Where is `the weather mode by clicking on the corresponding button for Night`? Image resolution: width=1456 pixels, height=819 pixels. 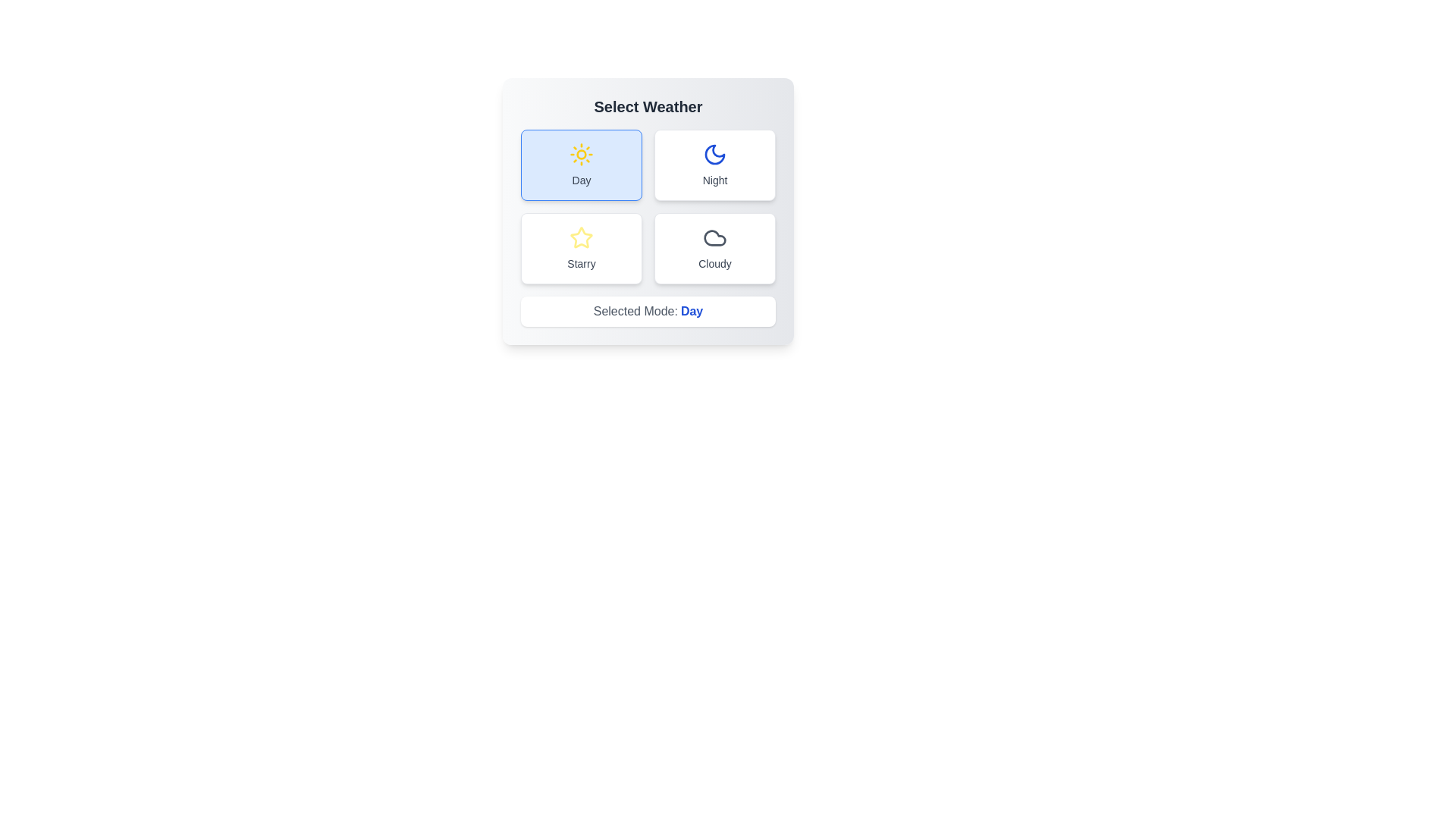 the weather mode by clicking on the corresponding button for Night is located at coordinates (714, 165).